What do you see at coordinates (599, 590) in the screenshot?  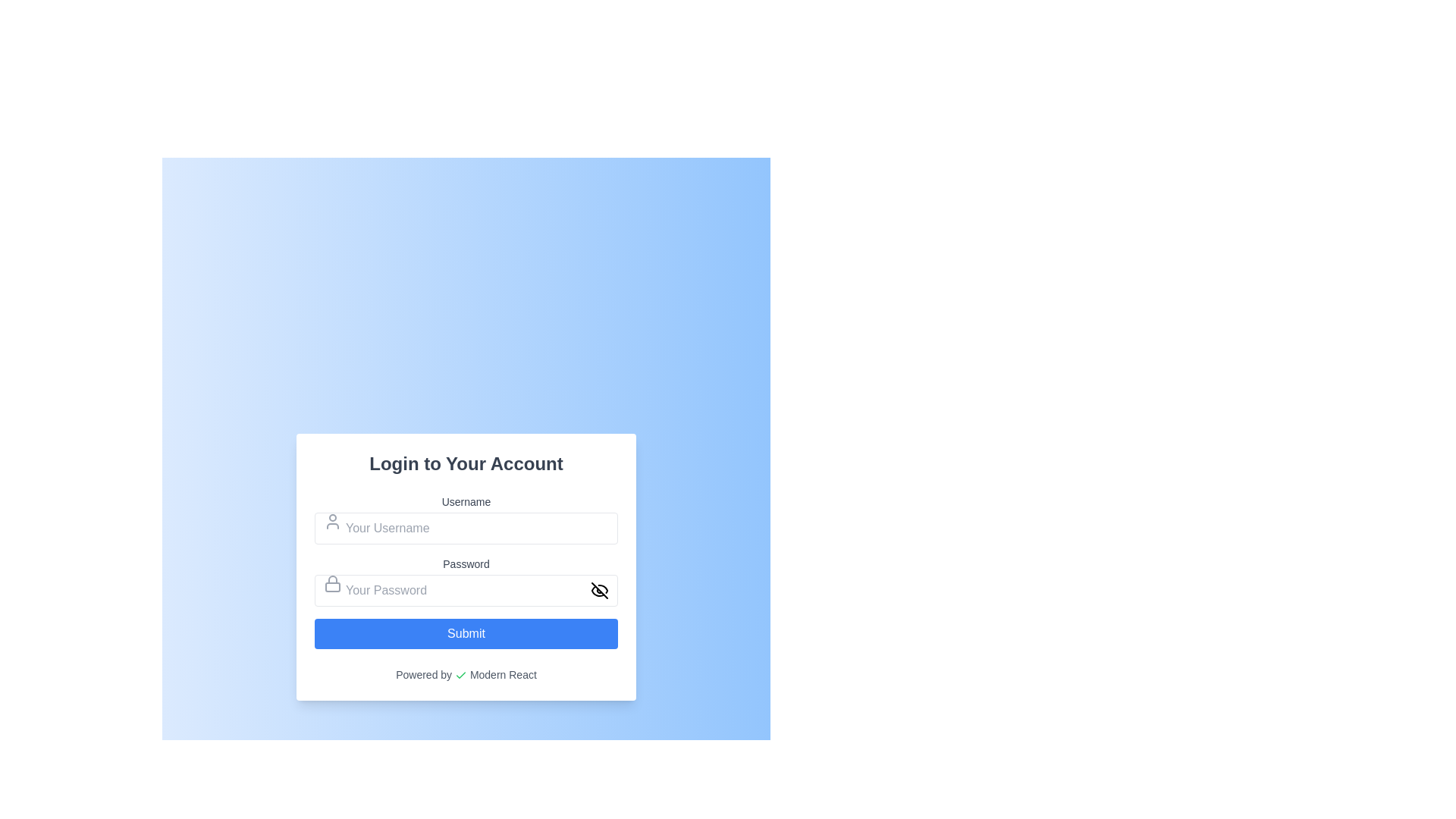 I see `the eye icon button located at the right end of the 'Your Password' input field` at bounding box center [599, 590].